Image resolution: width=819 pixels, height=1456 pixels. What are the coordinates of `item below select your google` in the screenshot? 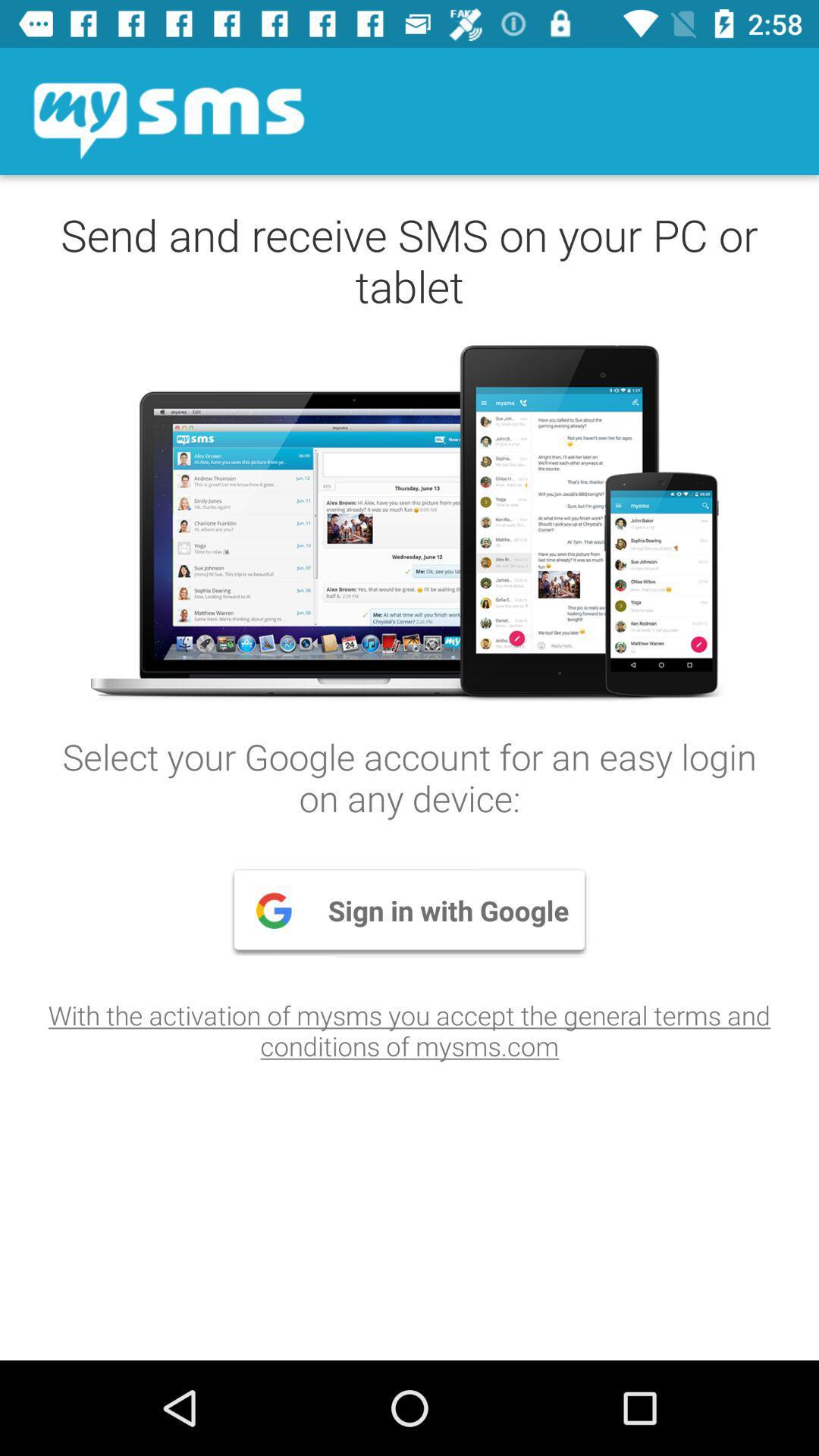 It's located at (409, 910).